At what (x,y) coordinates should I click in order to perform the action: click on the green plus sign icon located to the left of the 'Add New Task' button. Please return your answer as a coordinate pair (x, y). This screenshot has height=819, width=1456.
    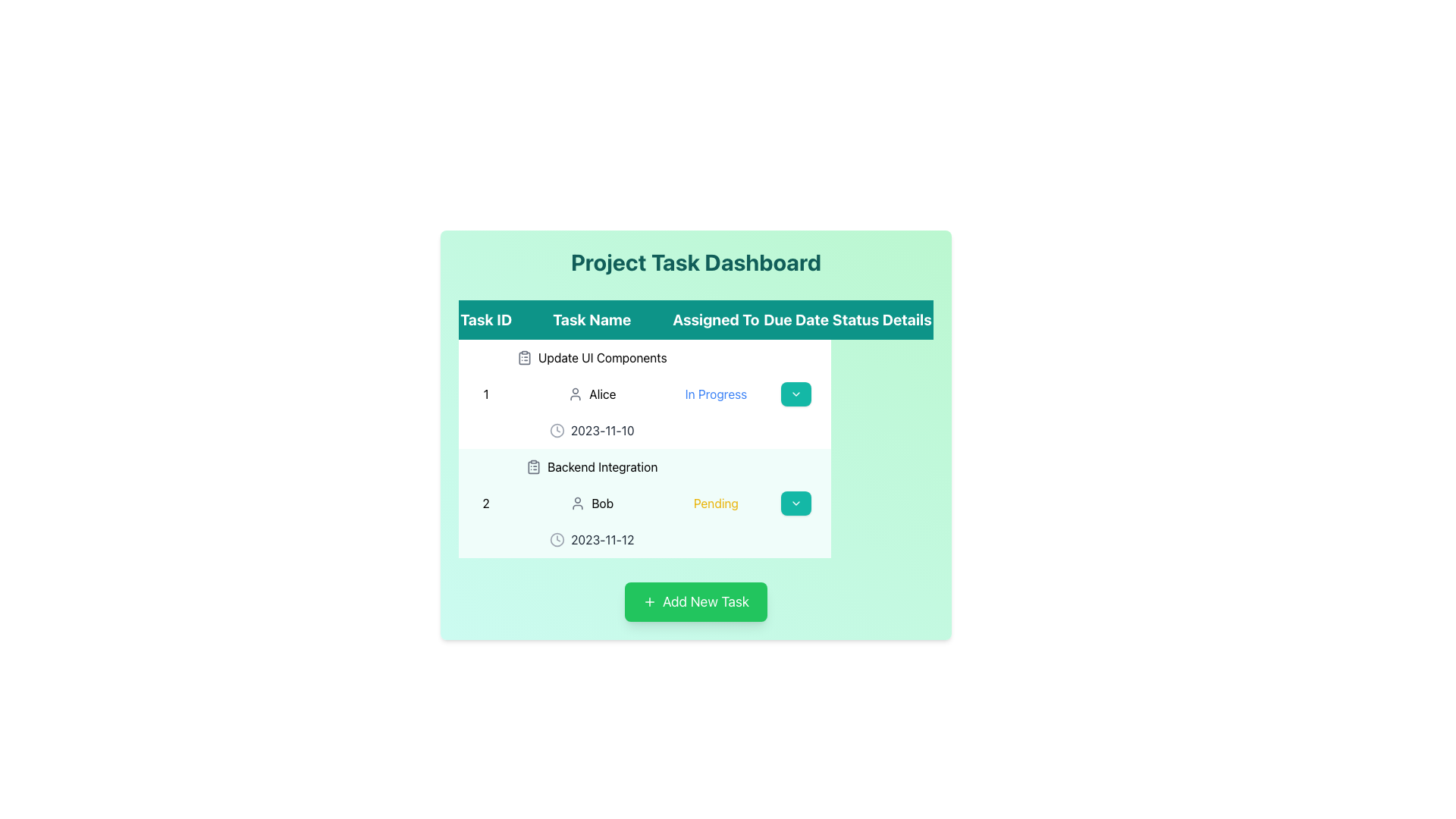
    Looking at the image, I should click on (649, 601).